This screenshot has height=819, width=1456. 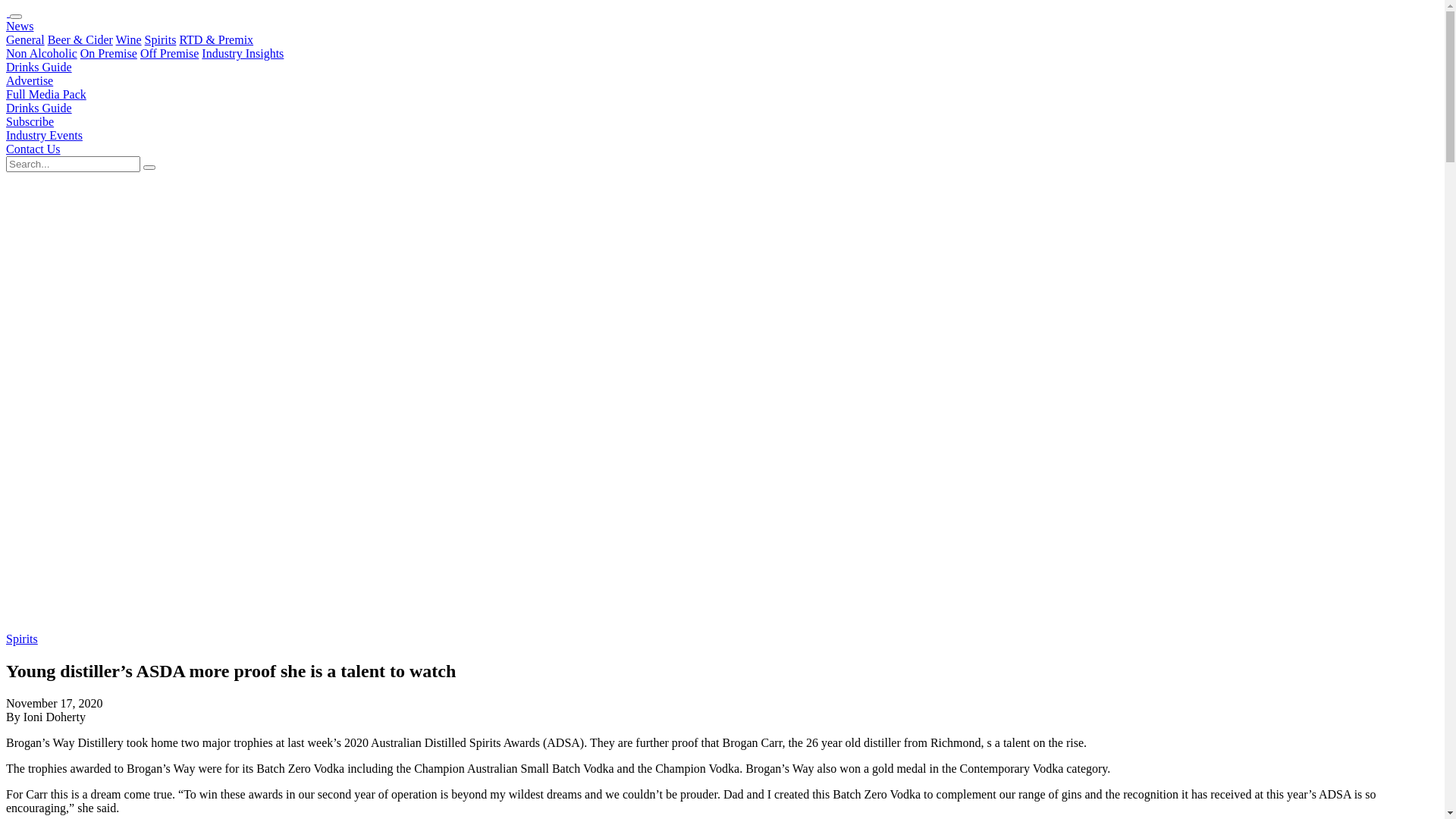 I want to click on 'Wine', so click(x=115, y=39).